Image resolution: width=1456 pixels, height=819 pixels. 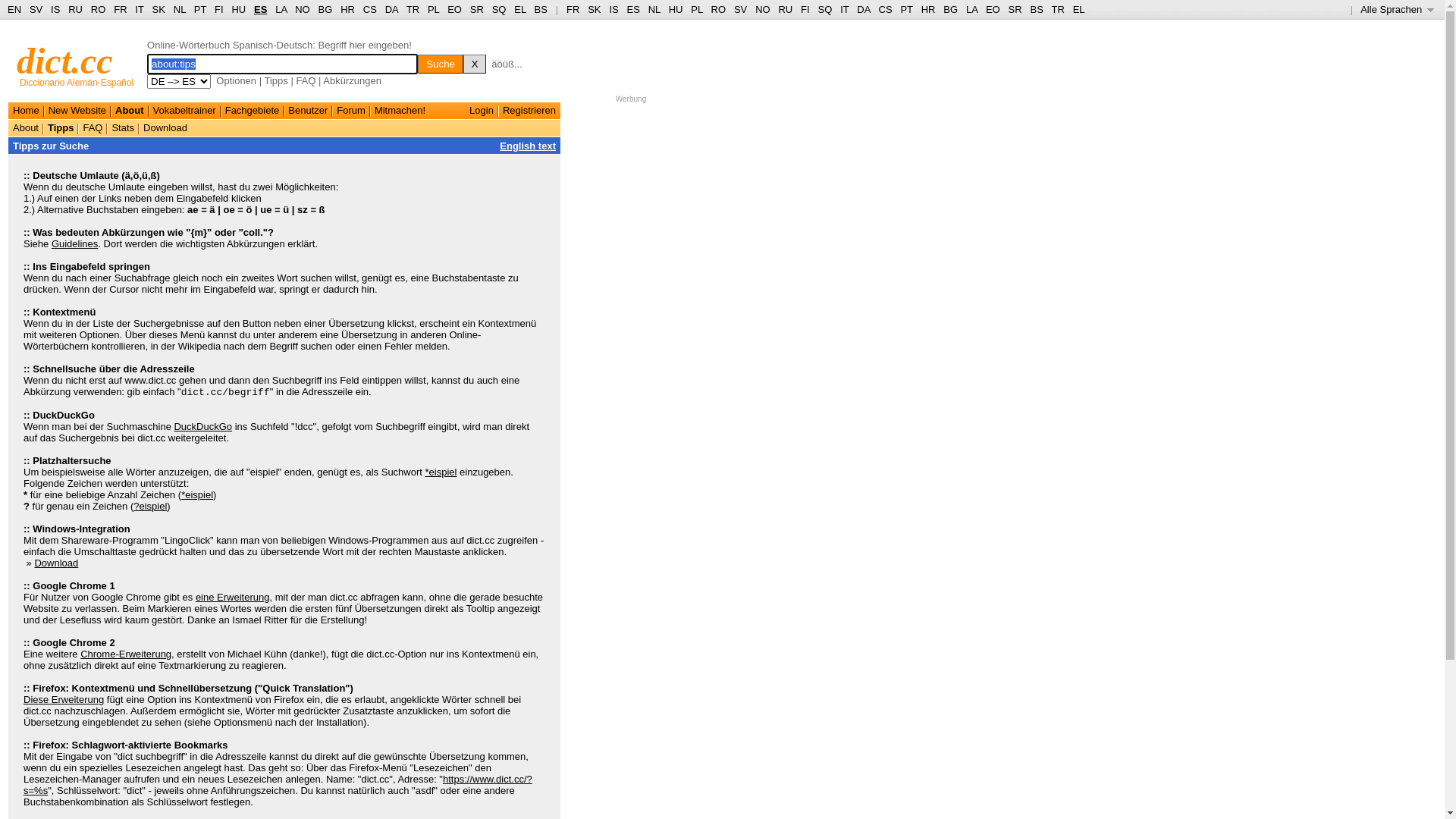 What do you see at coordinates (690, 9) in the screenshot?
I see `'PL'` at bounding box center [690, 9].